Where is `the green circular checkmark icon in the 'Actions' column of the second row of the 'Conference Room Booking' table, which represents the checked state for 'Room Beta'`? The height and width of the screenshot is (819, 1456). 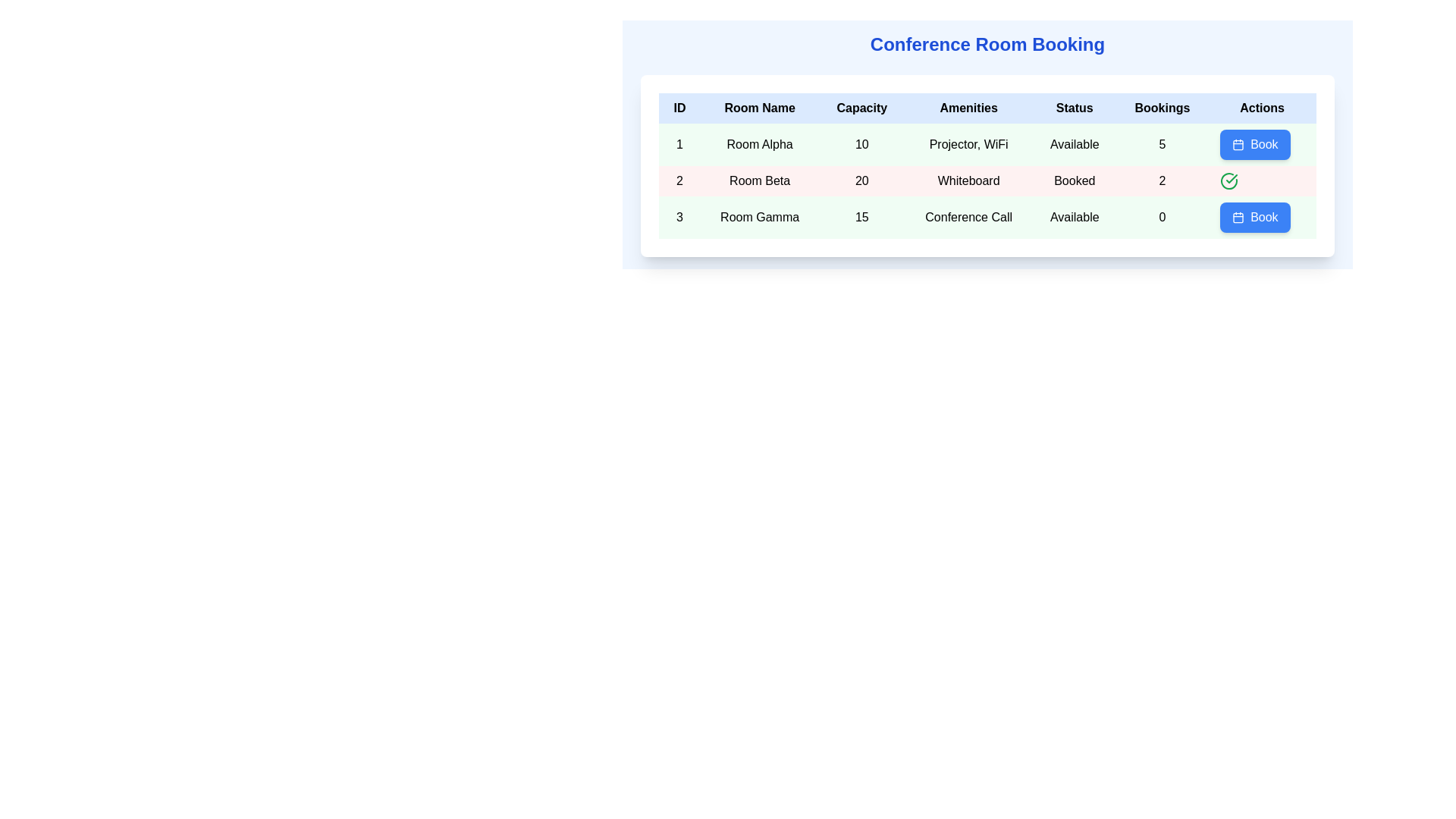 the green circular checkmark icon in the 'Actions' column of the second row of the 'Conference Room Booking' table, which represents the checked state for 'Room Beta' is located at coordinates (1229, 180).